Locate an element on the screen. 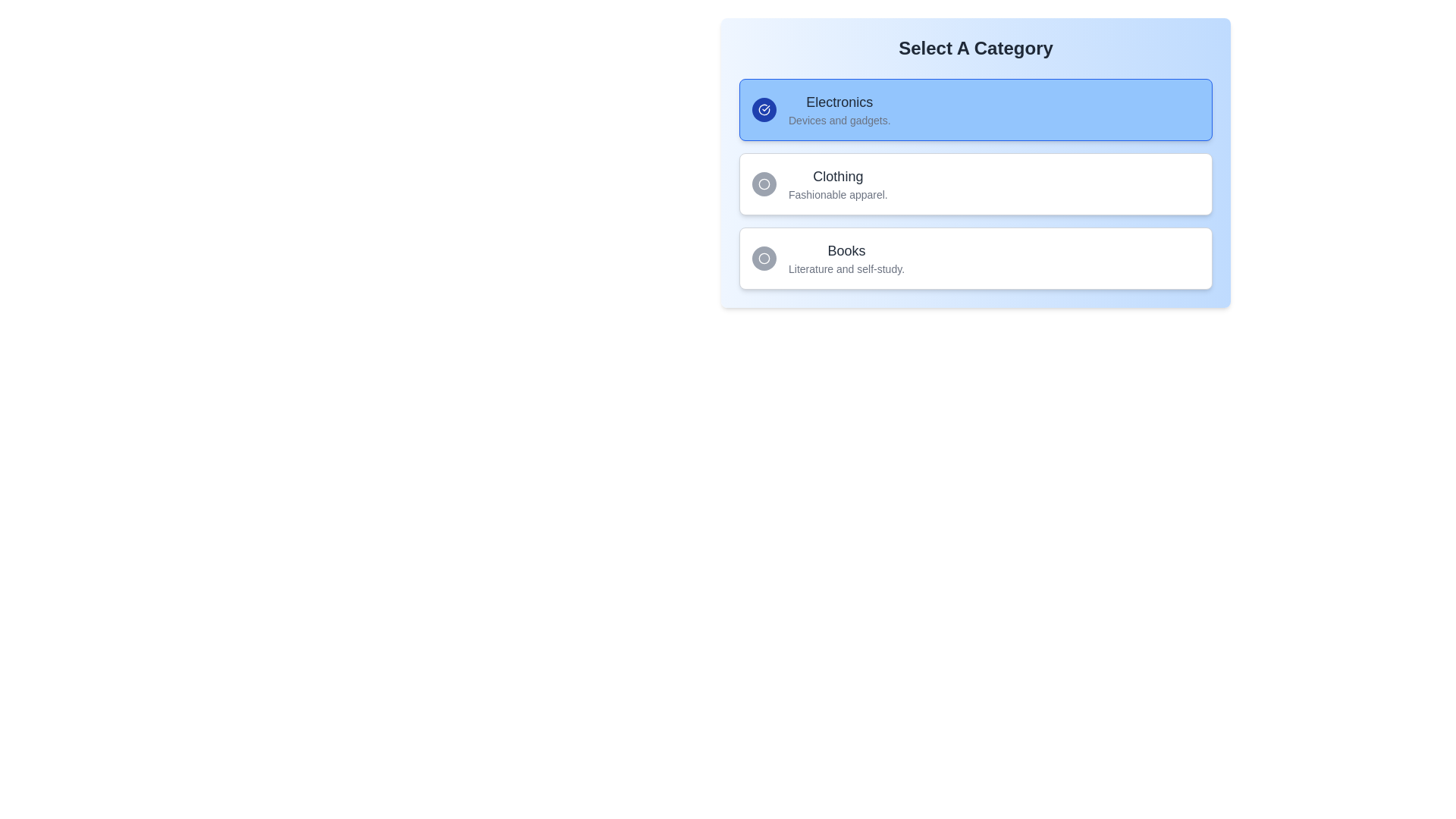 The height and width of the screenshot is (819, 1456). the leftmost circular icon representing the 'Electronics' category located at the top of the vertically stacked layout within the highlighted blue section is located at coordinates (764, 109).